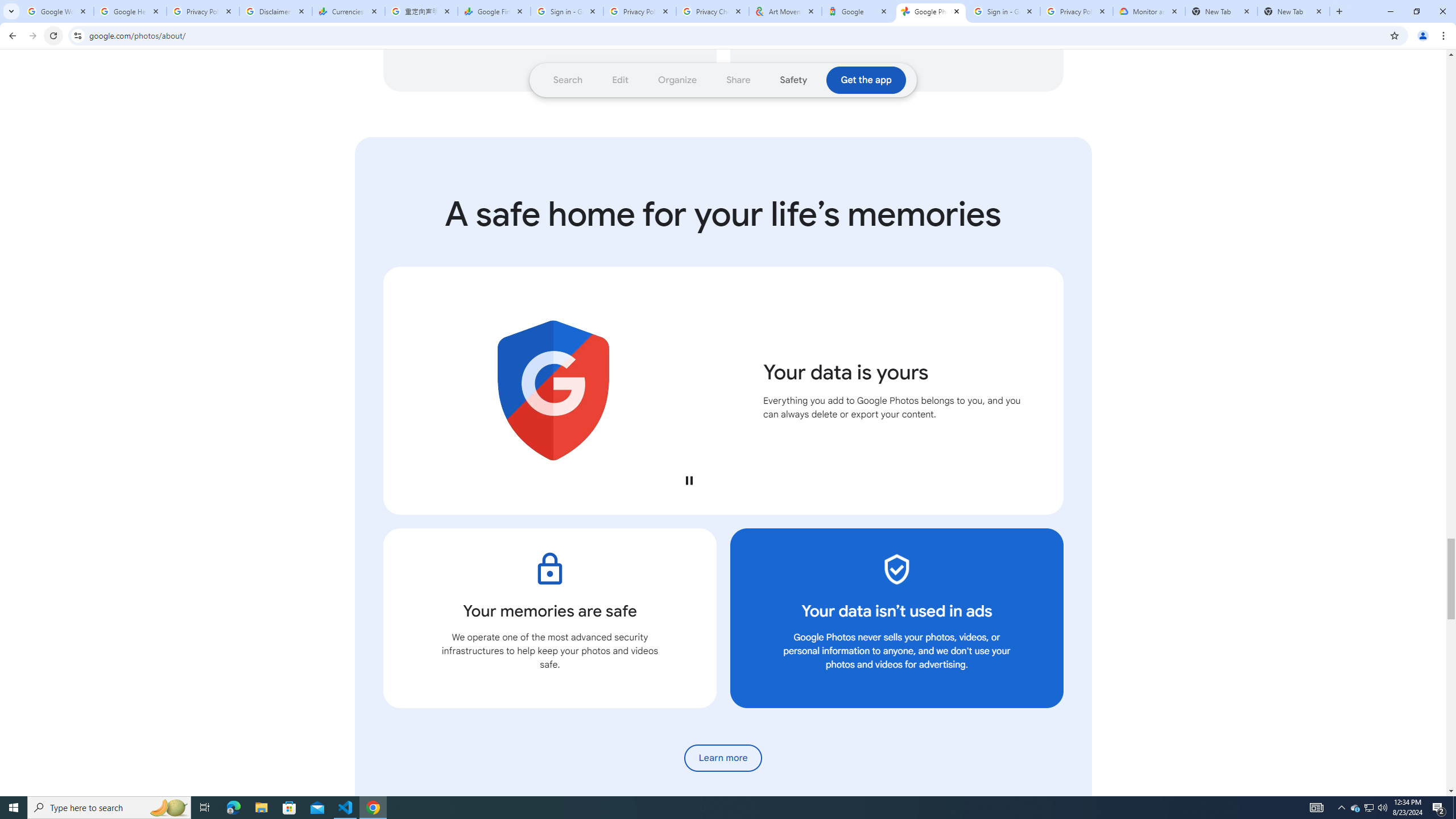 This screenshot has width=1456, height=819. I want to click on 'Google', so click(858, 11).